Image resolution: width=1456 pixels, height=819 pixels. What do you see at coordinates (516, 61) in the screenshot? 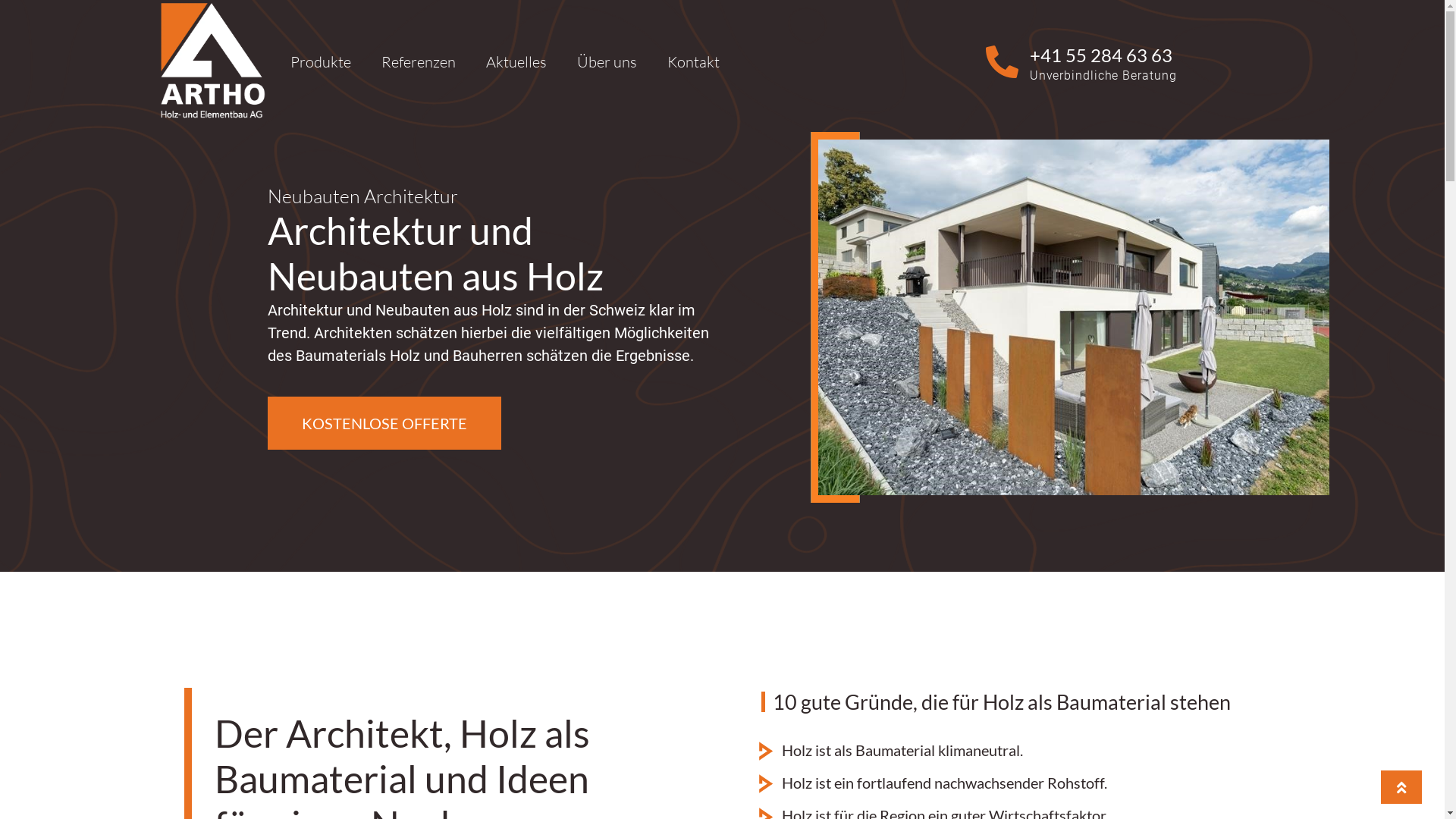
I see `'Aktuelles'` at bounding box center [516, 61].